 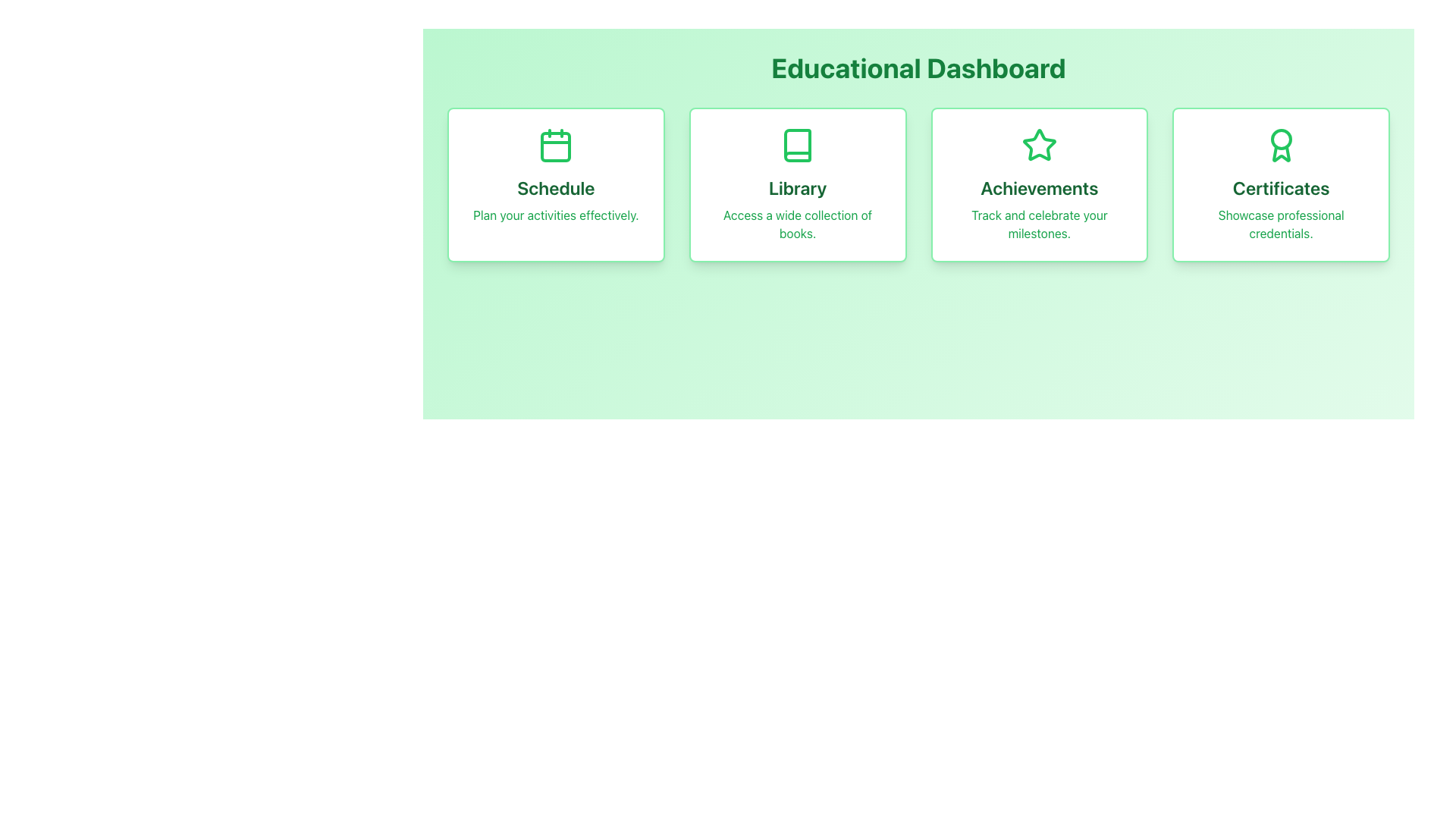 I want to click on the 'Certificates' information card located in the top-right corner of the grid, so click(x=1280, y=184).